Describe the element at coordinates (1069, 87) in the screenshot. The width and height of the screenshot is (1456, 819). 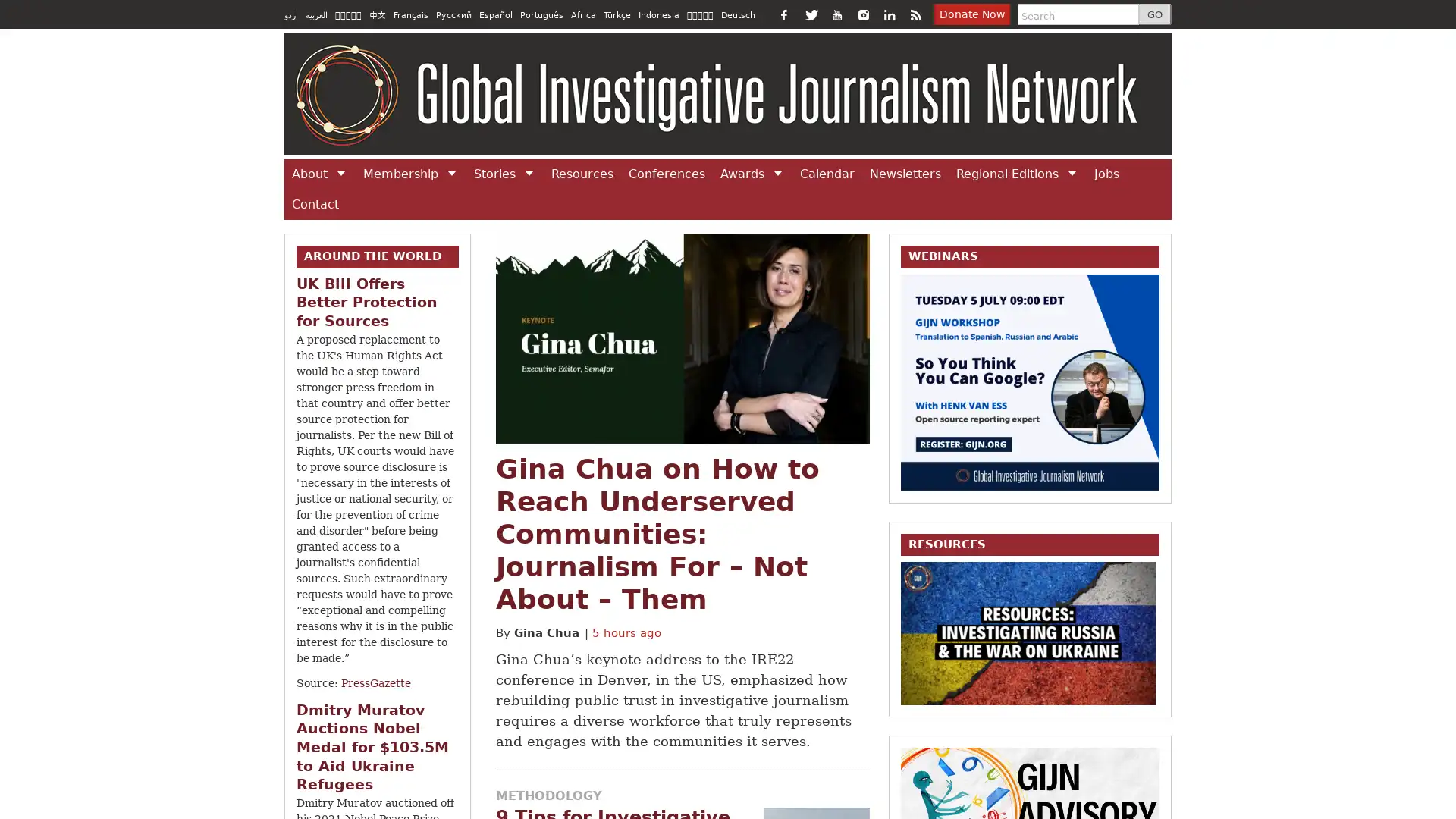
I see `Close` at that location.